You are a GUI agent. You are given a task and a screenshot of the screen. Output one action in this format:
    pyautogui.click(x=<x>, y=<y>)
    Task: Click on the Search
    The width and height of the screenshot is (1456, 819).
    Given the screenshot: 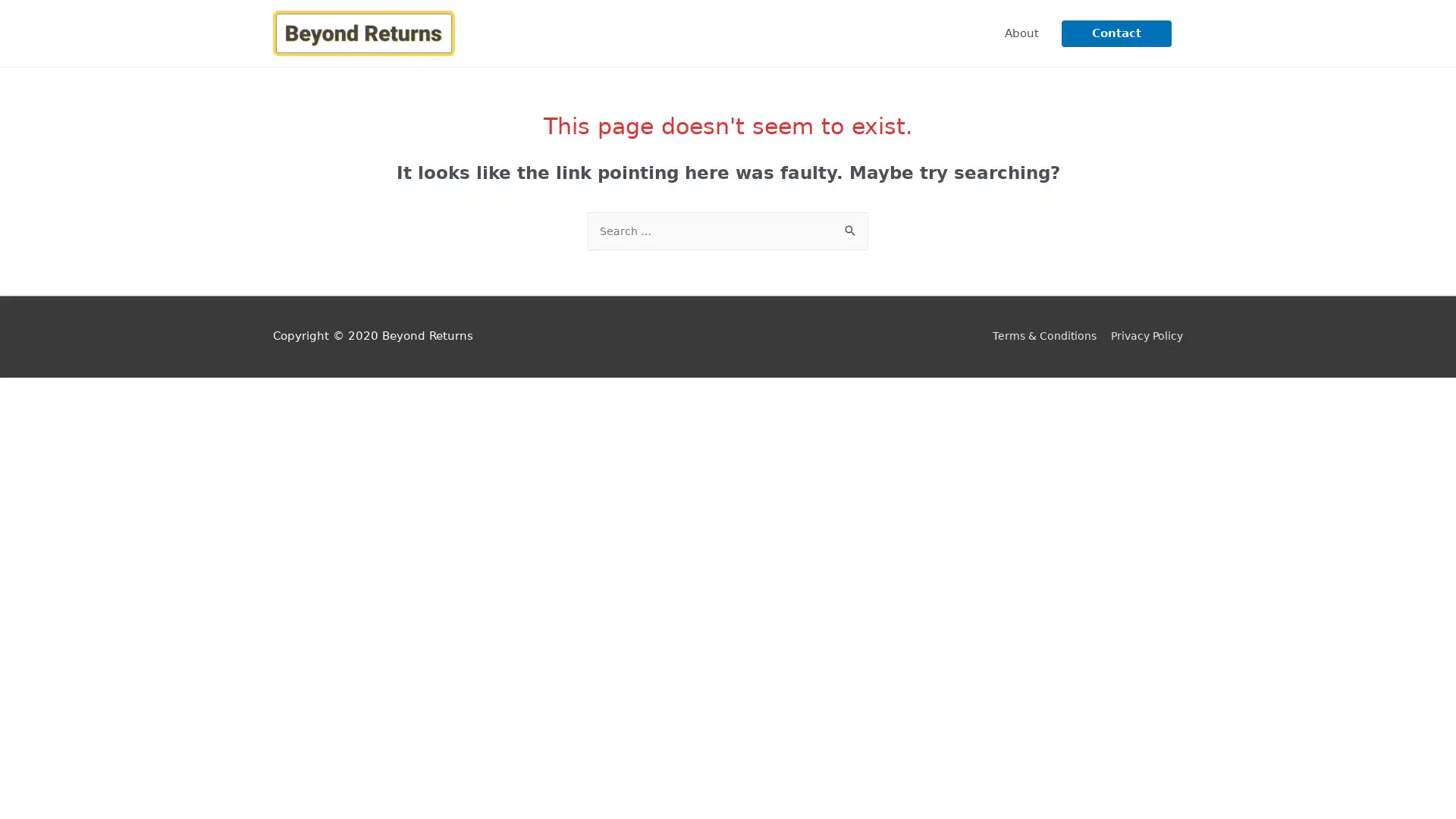 What is the action you would take?
    pyautogui.click(x=851, y=228)
    